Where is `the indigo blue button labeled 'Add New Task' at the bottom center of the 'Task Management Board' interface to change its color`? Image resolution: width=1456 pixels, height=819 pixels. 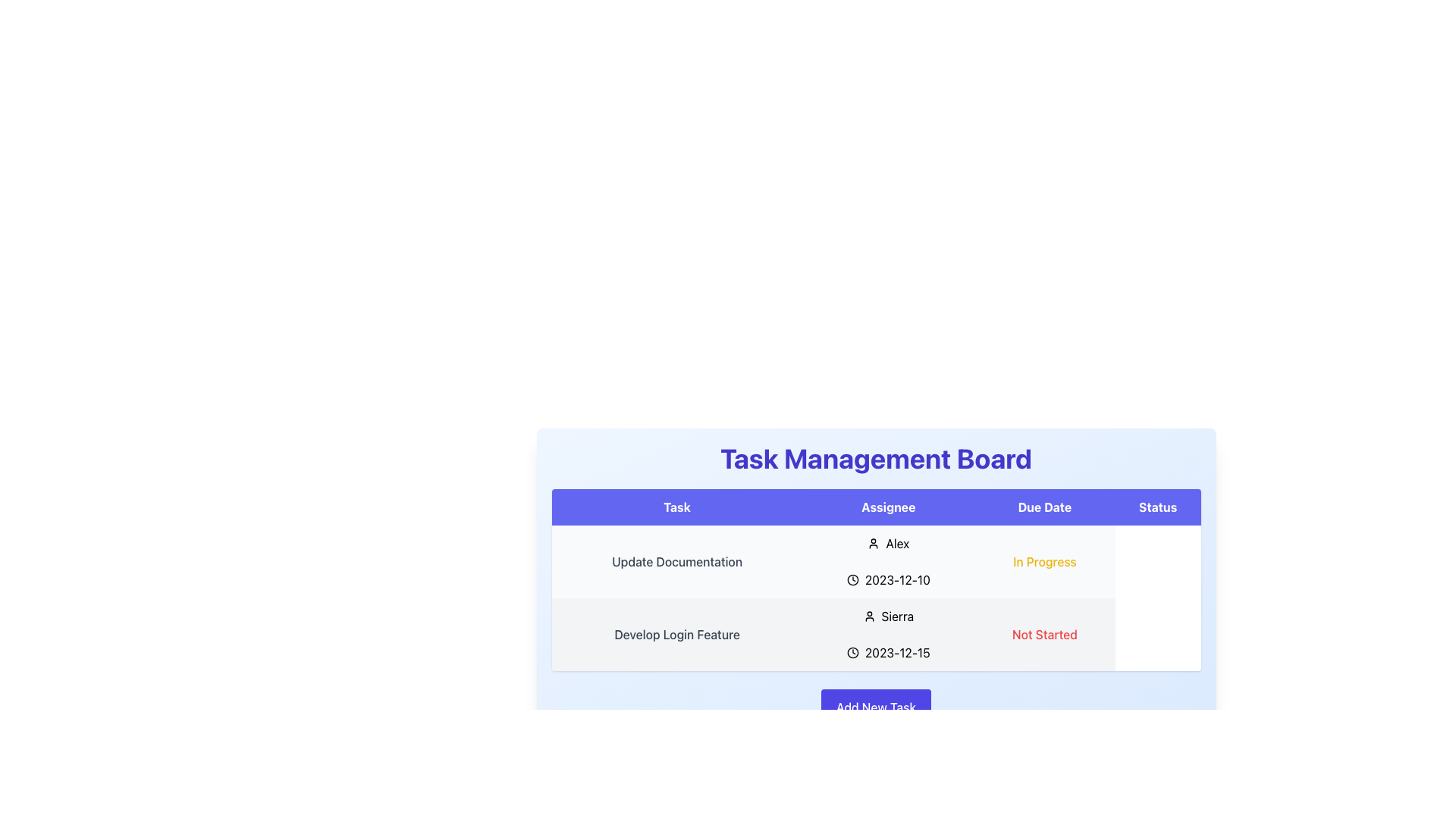 the indigo blue button labeled 'Add New Task' at the bottom center of the 'Task Management Board' interface to change its color is located at coordinates (876, 708).